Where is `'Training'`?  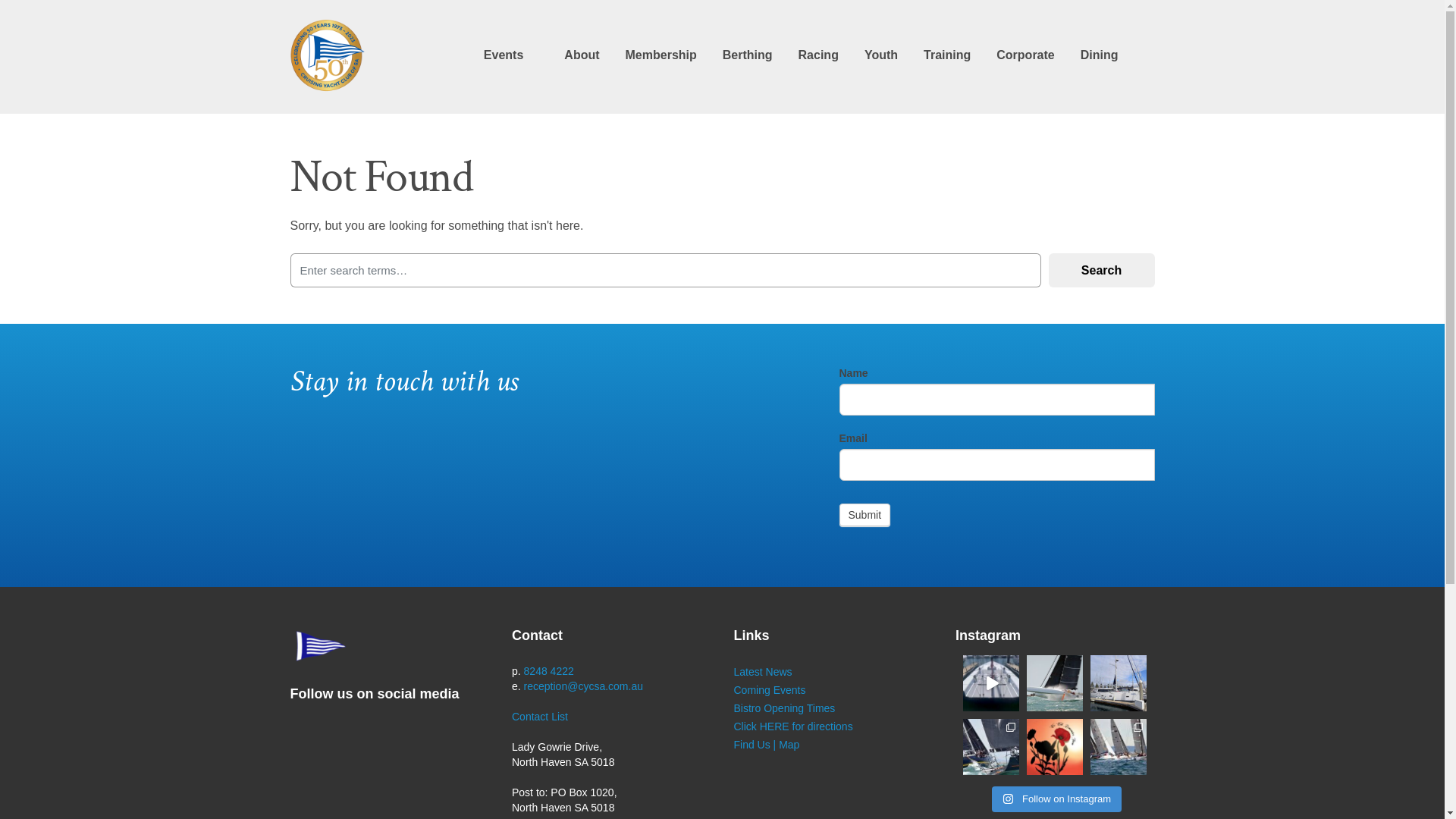 'Training' is located at coordinates (923, 55).